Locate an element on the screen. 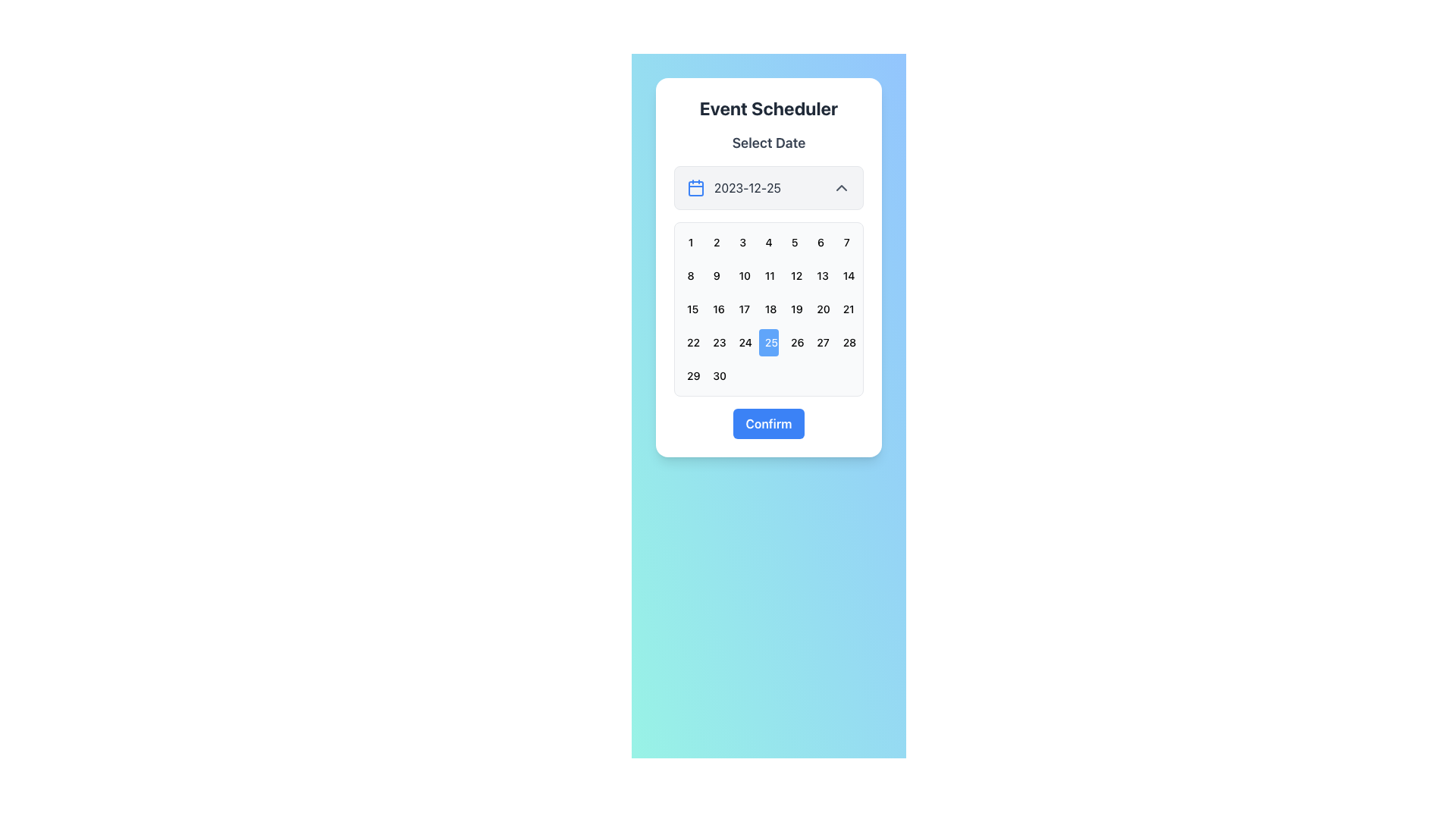 This screenshot has width=1456, height=819. the button representing a specific date in the calendar interface is located at coordinates (768, 309).